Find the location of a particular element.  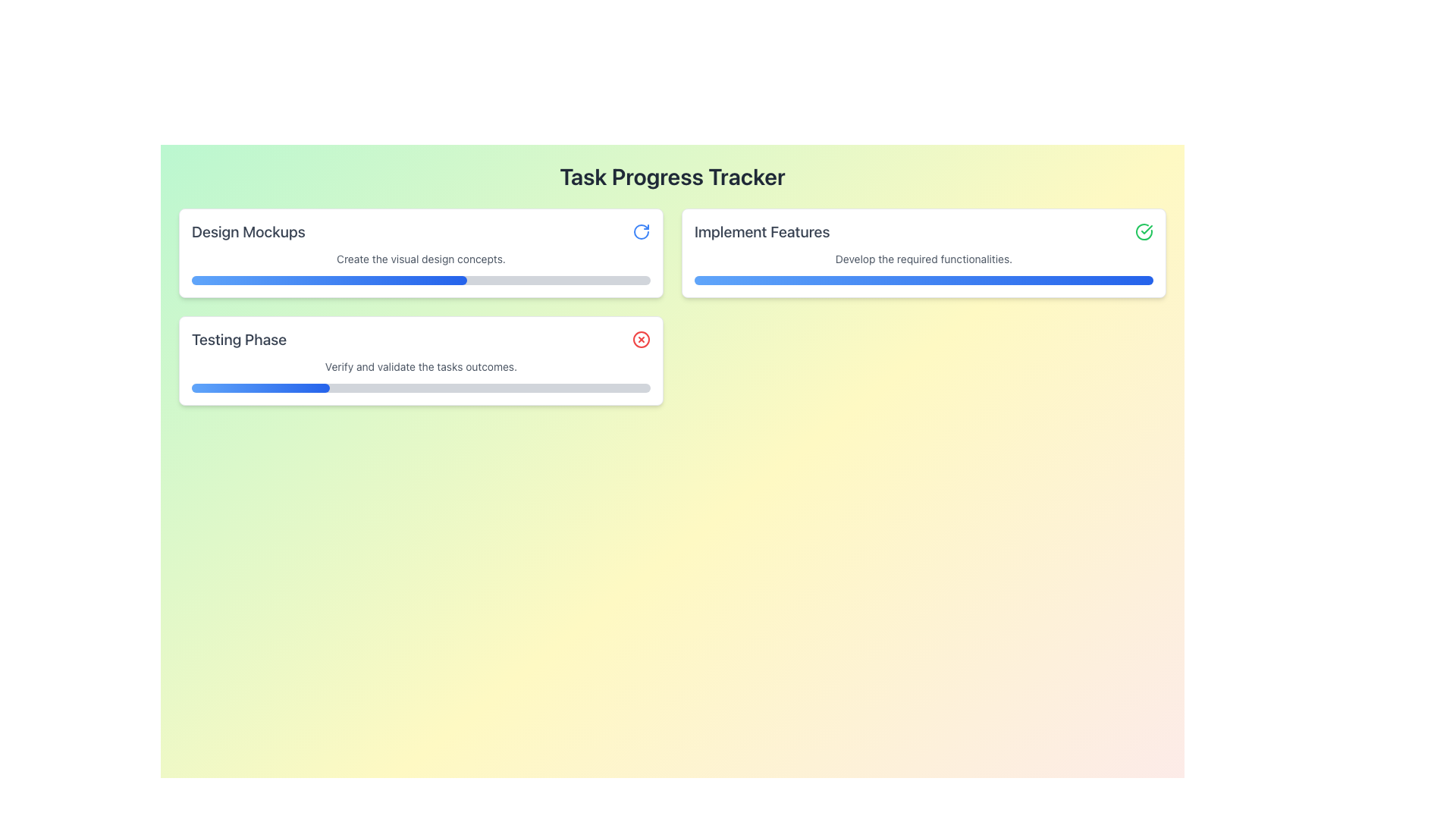

the text label that serves as a title or label for the project or task phase located in the upper left corner of the first card in the top row is located at coordinates (248, 231).